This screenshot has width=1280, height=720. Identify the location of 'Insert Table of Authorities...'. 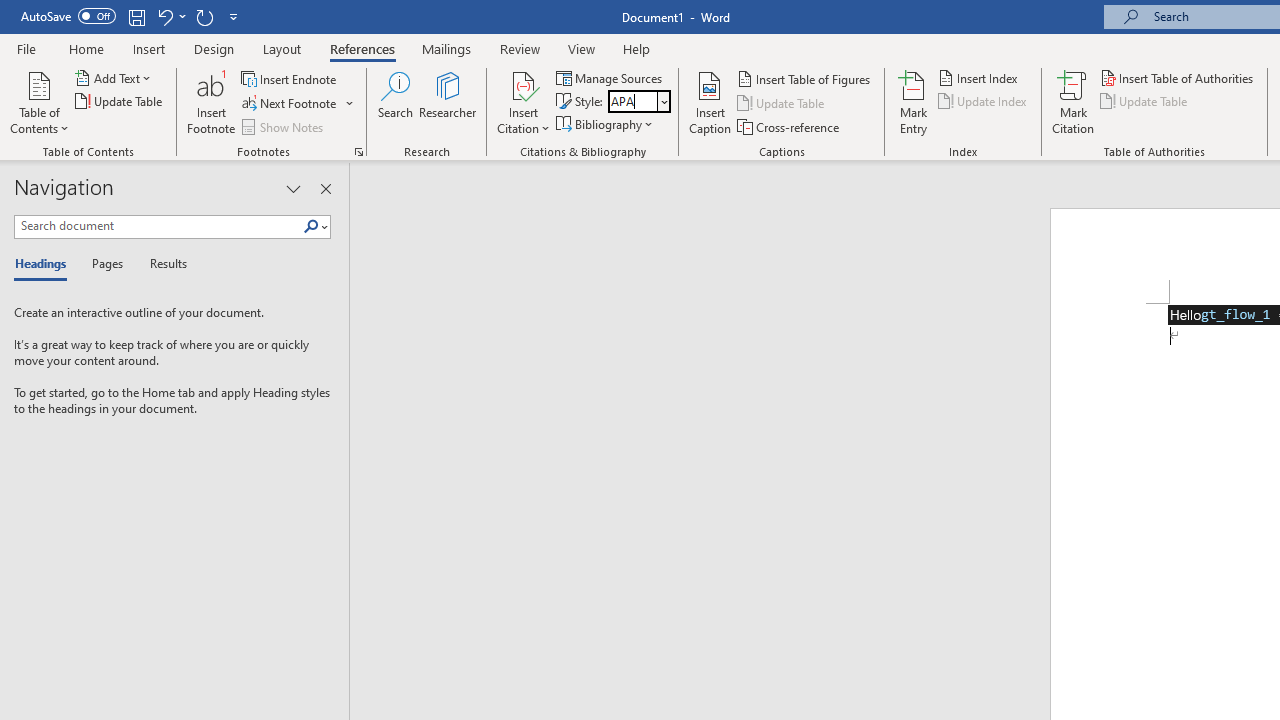
(1178, 77).